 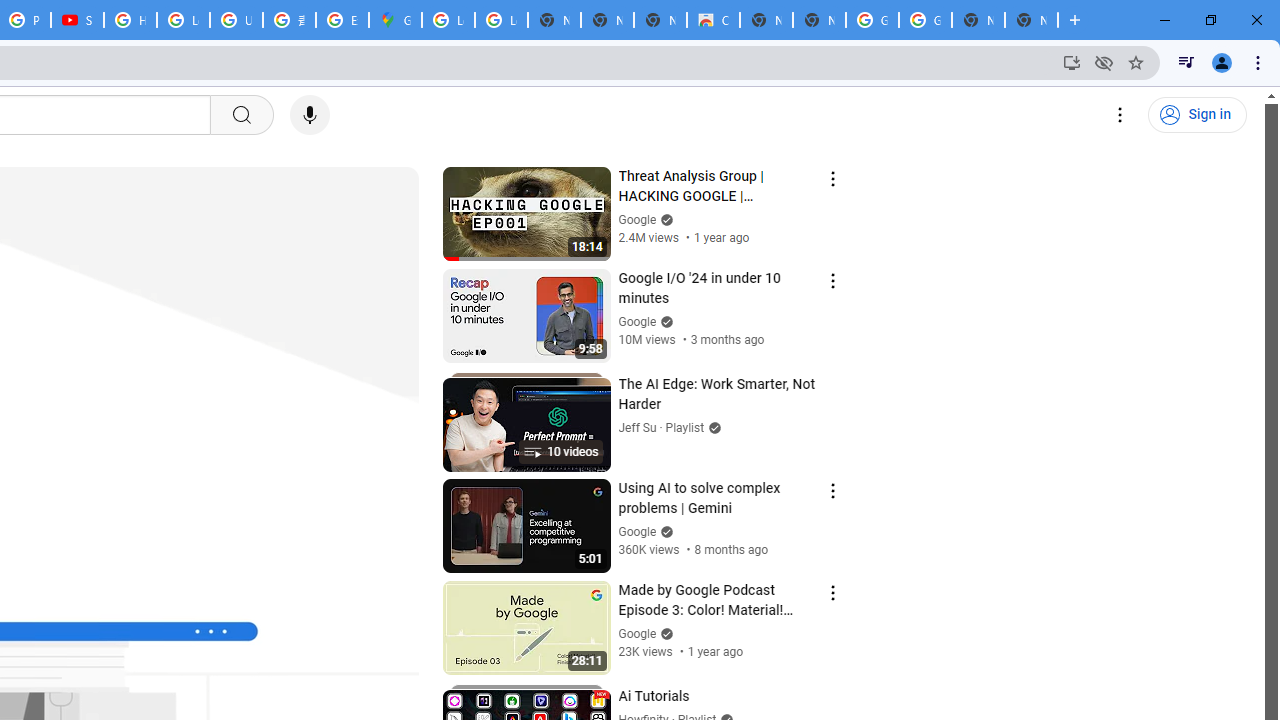 I want to click on 'Subscriptions - YouTube', so click(x=77, y=20).